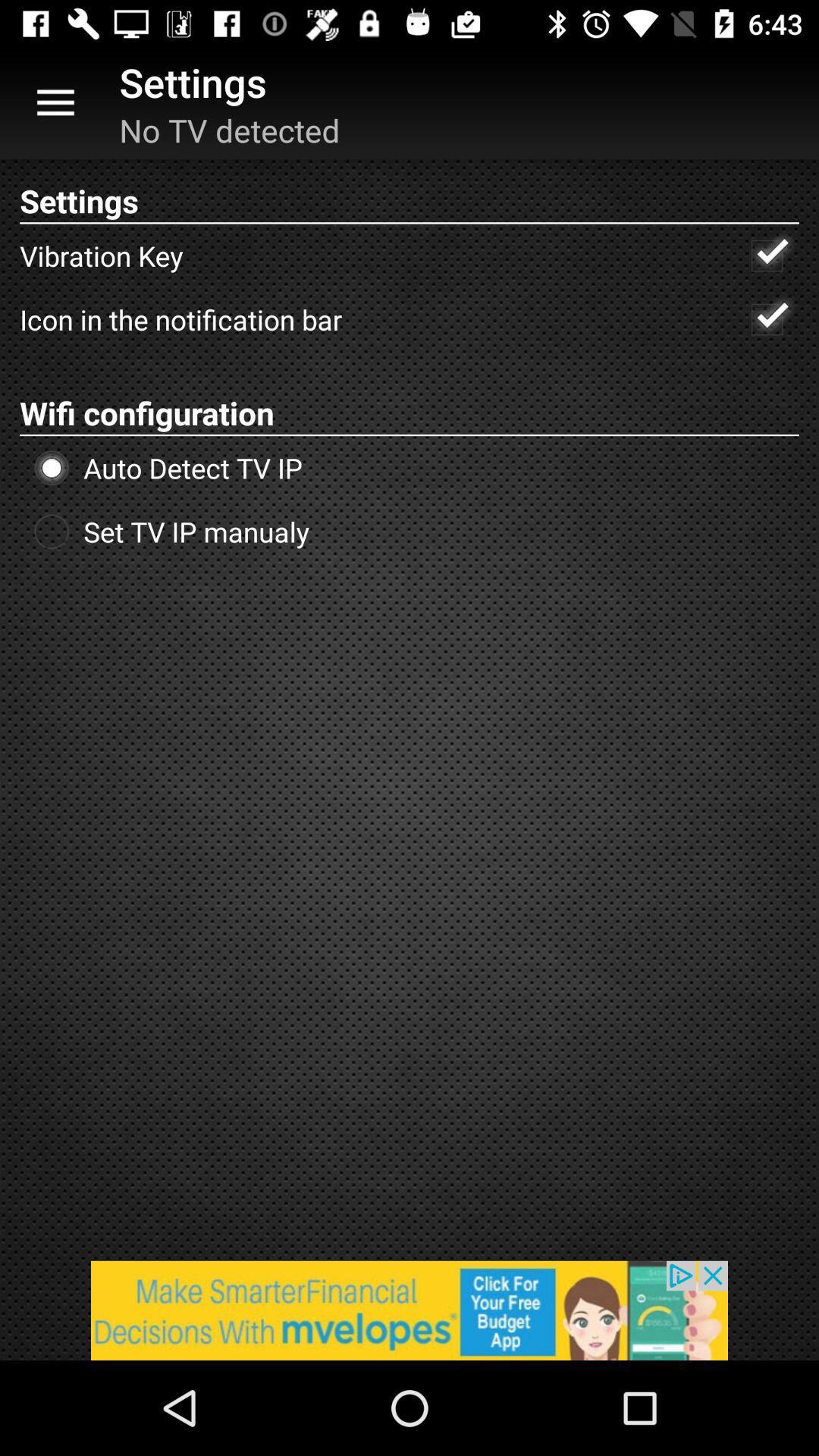  I want to click on icon to notification bar, so click(767, 318).